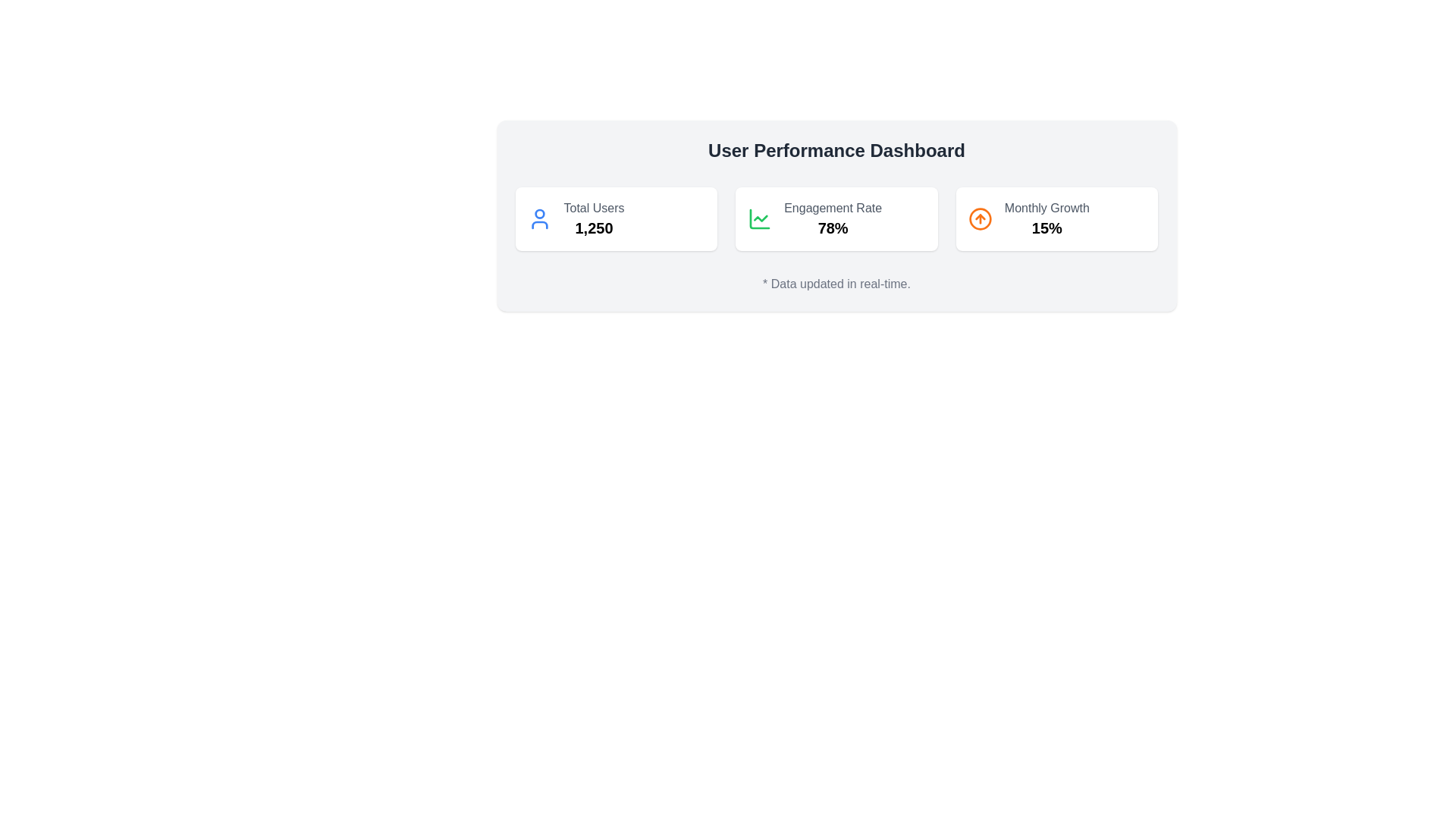 The height and width of the screenshot is (819, 1456). What do you see at coordinates (980, 219) in the screenshot?
I see `the decorative circular boundary graphic element within the 'Monthly Growth' icon on the User Performance Dashboard` at bounding box center [980, 219].